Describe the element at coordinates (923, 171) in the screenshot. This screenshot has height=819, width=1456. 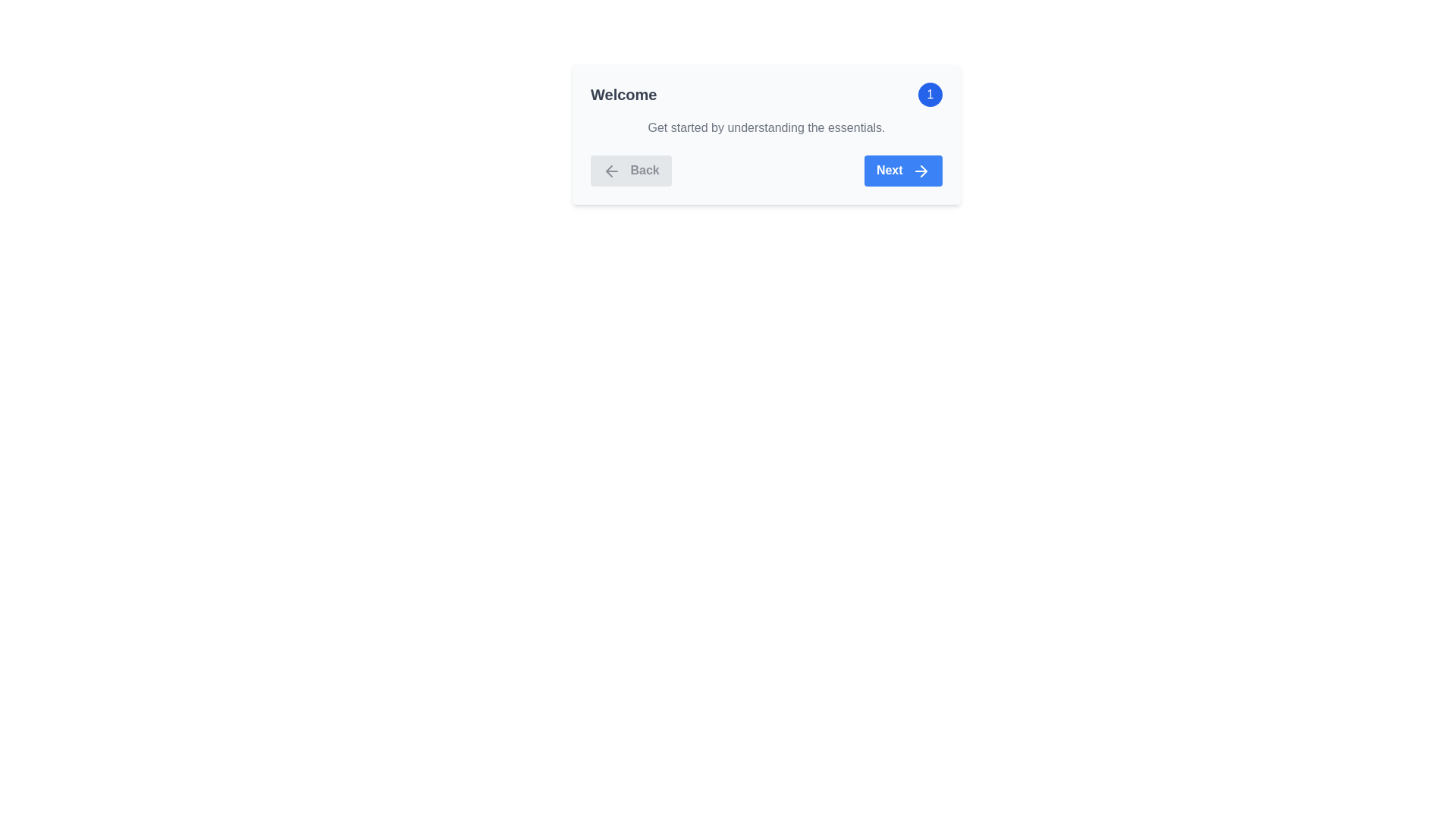
I see `the 'Next' button, which features a graphic arrowhead indicating progression, located in the bottom-right section of the onboarding card` at that location.